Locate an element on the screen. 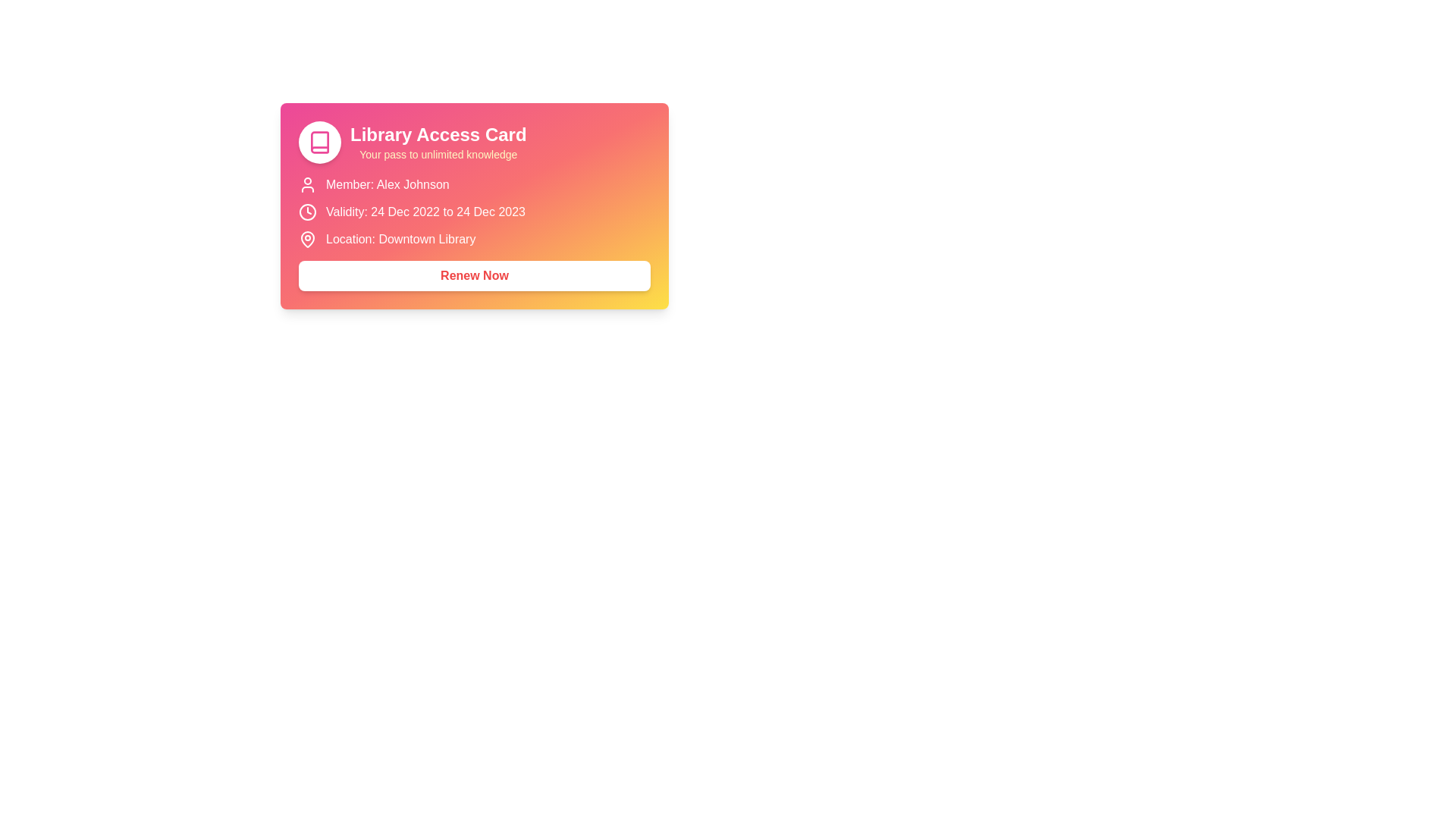  the decorative location marker icon located at the bottom of the informational card aligned with the 'Location: Downtown Library' label is located at coordinates (307, 239).